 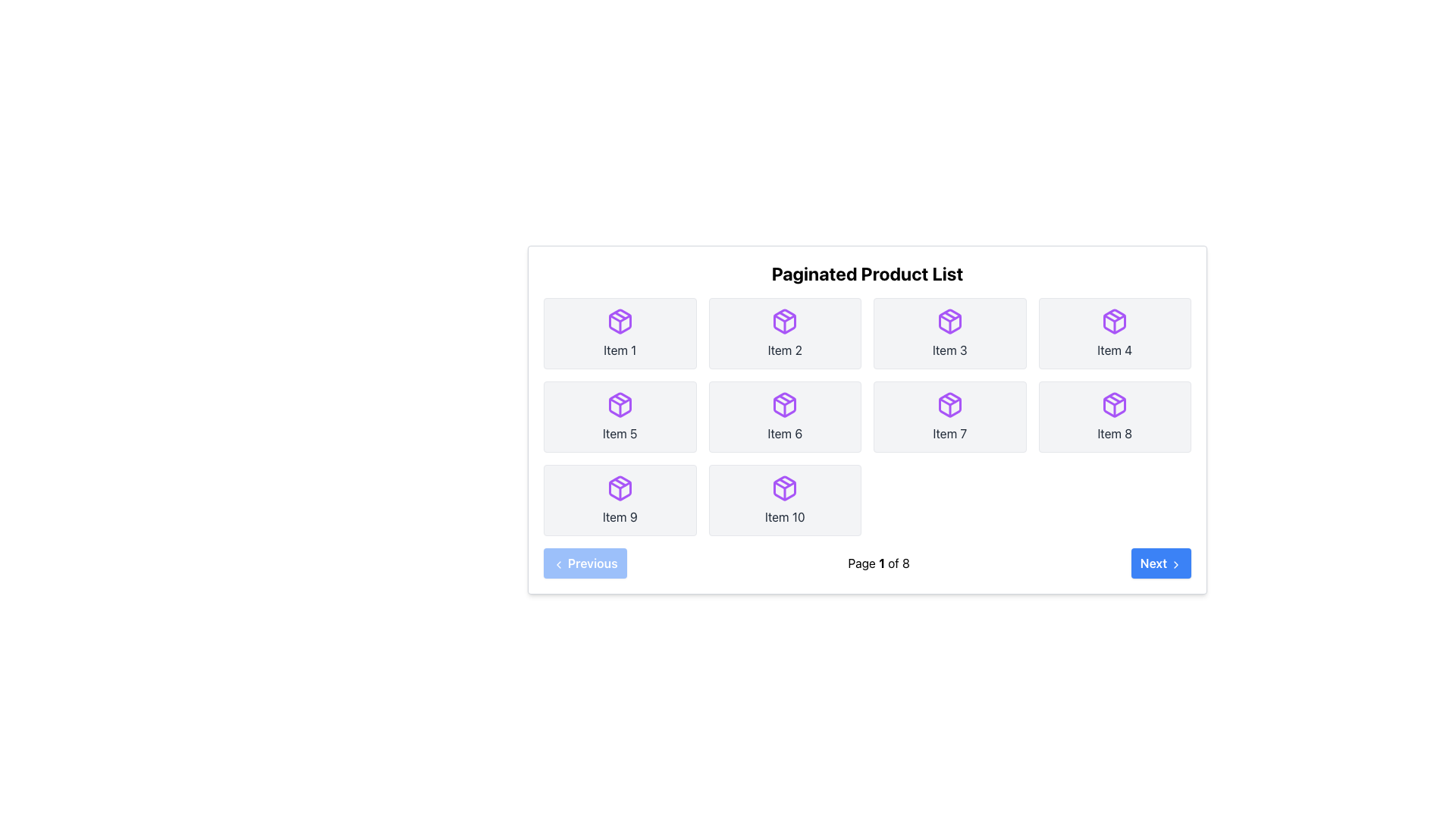 What do you see at coordinates (1115, 403) in the screenshot?
I see `the SVG graphic icon representing a product item, which is the eighth item in a grid layout located in the bottom-right corner of the display` at bounding box center [1115, 403].